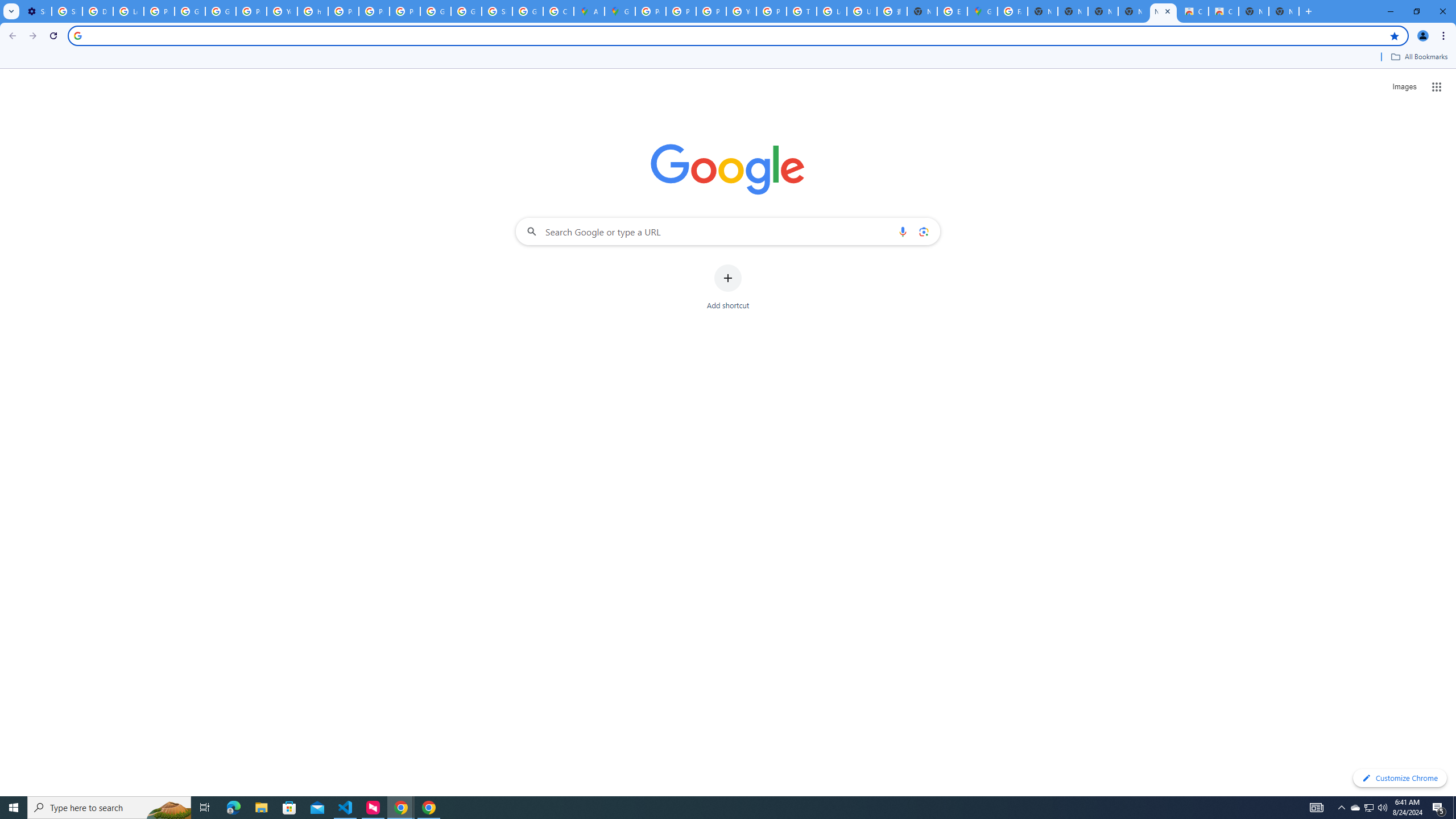  Describe the element at coordinates (983, 11) in the screenshot. I see `'Google Maps'` at that location.